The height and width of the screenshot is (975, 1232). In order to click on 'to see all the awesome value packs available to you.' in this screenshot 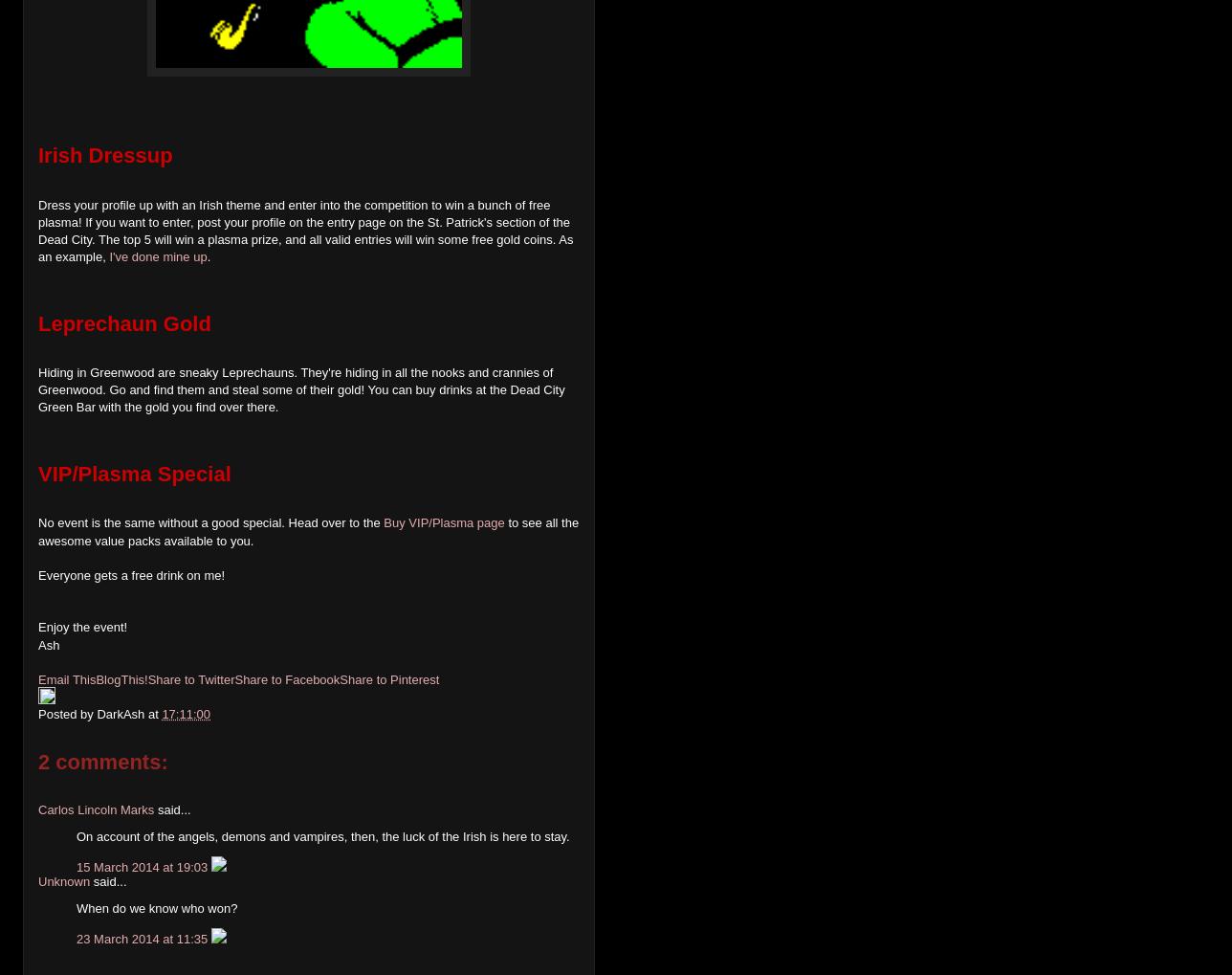, I will do `click(308, 531)`.